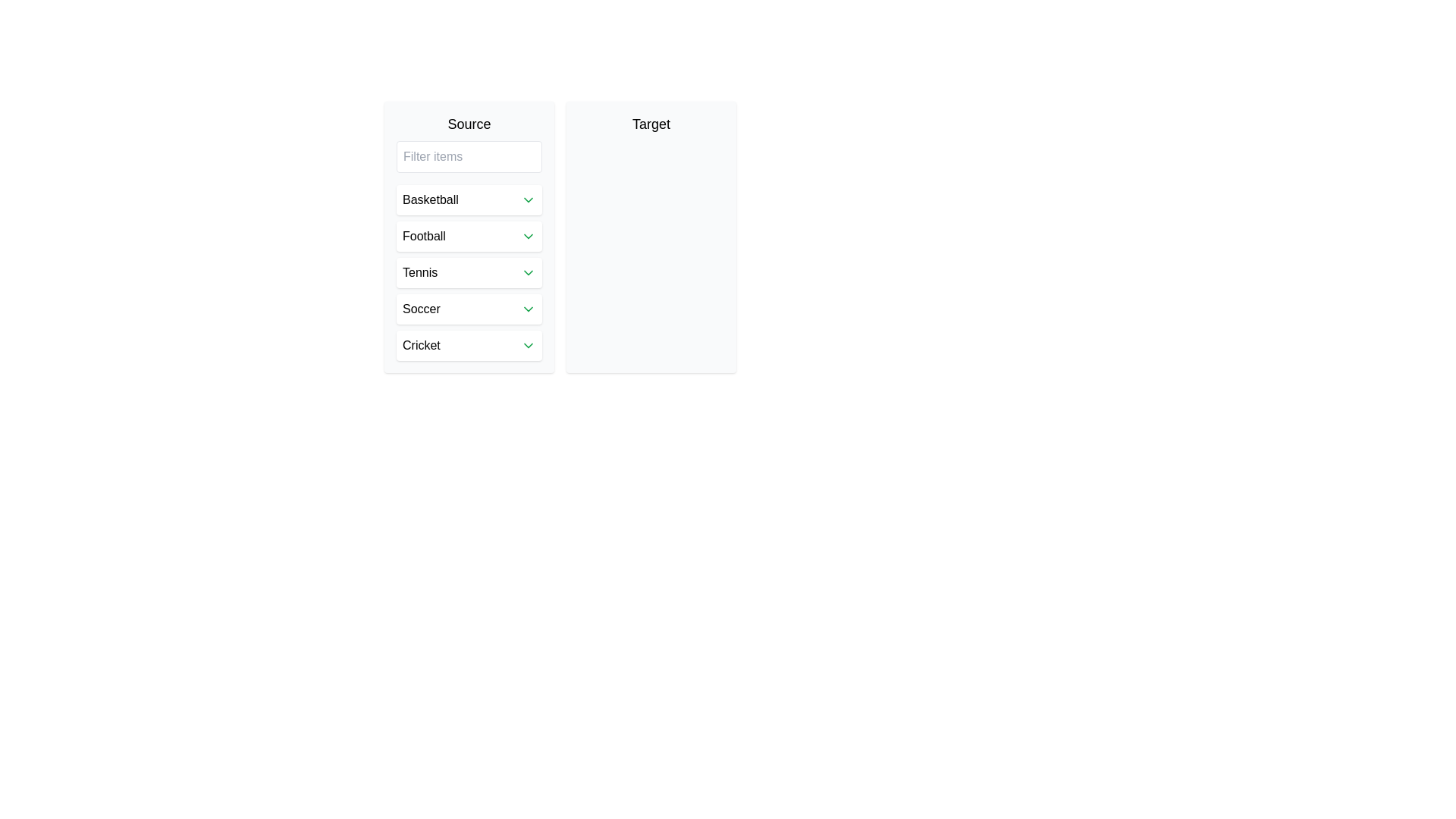 The width and height of the screenshot is (1456, 819). What do you see at coordinates (469, 199) in the screenshot?
I see `the 'Basketball' dropdown trigger located in the 'Source' section` at bounding box center [469, 199].